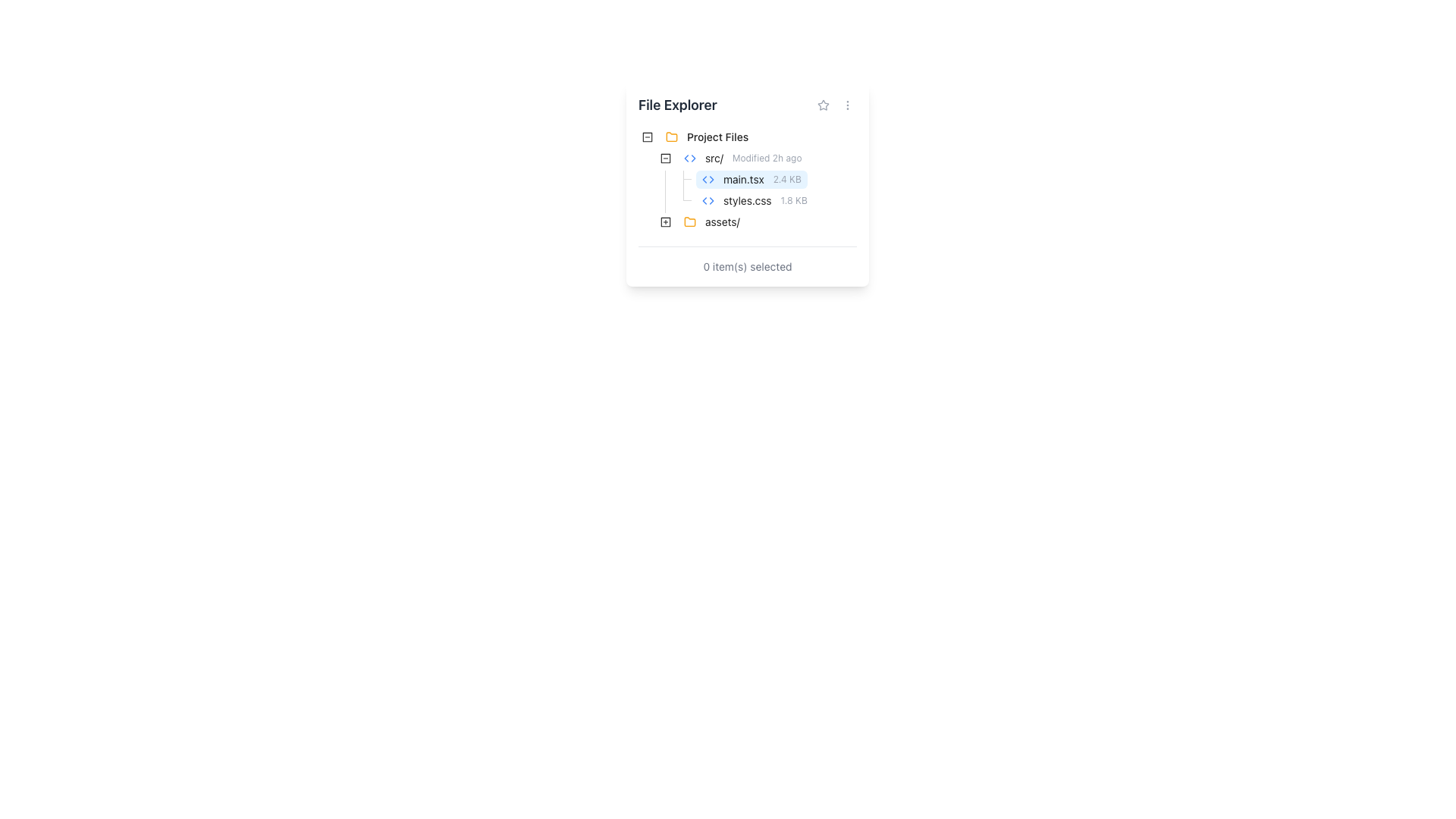 This screenshot has height=819, width=1456. What do you see at coordinates (752, 178) in the screenshot?
I see `the file named 'main.tsx' located under the 'src/' folder in the file explorer` at bounding box center [752, 178].